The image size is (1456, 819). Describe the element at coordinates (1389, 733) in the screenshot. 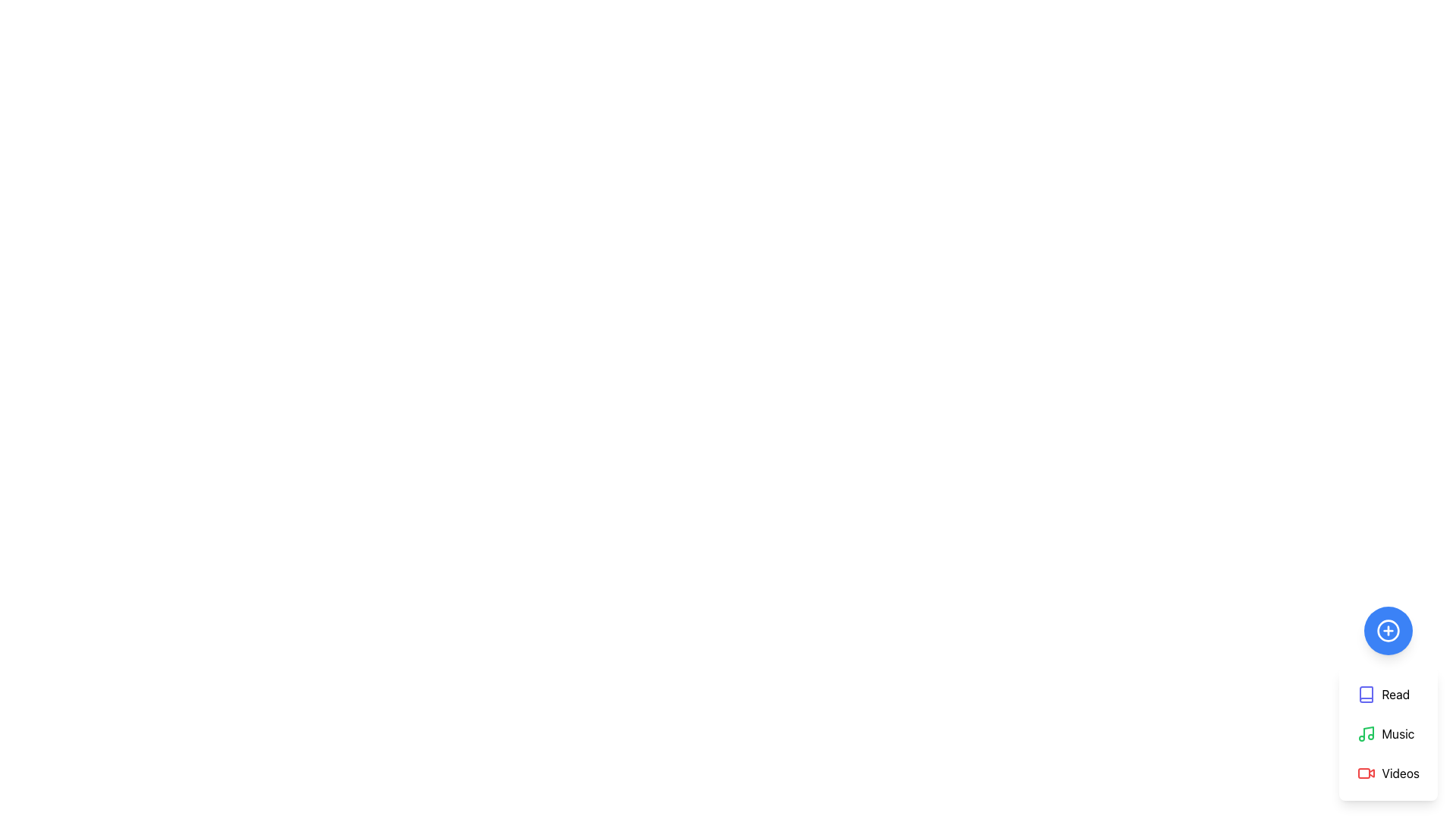

I see `the 'Music' menu item, which features a green music note icon followed by the text 'Music' in black` at that location.